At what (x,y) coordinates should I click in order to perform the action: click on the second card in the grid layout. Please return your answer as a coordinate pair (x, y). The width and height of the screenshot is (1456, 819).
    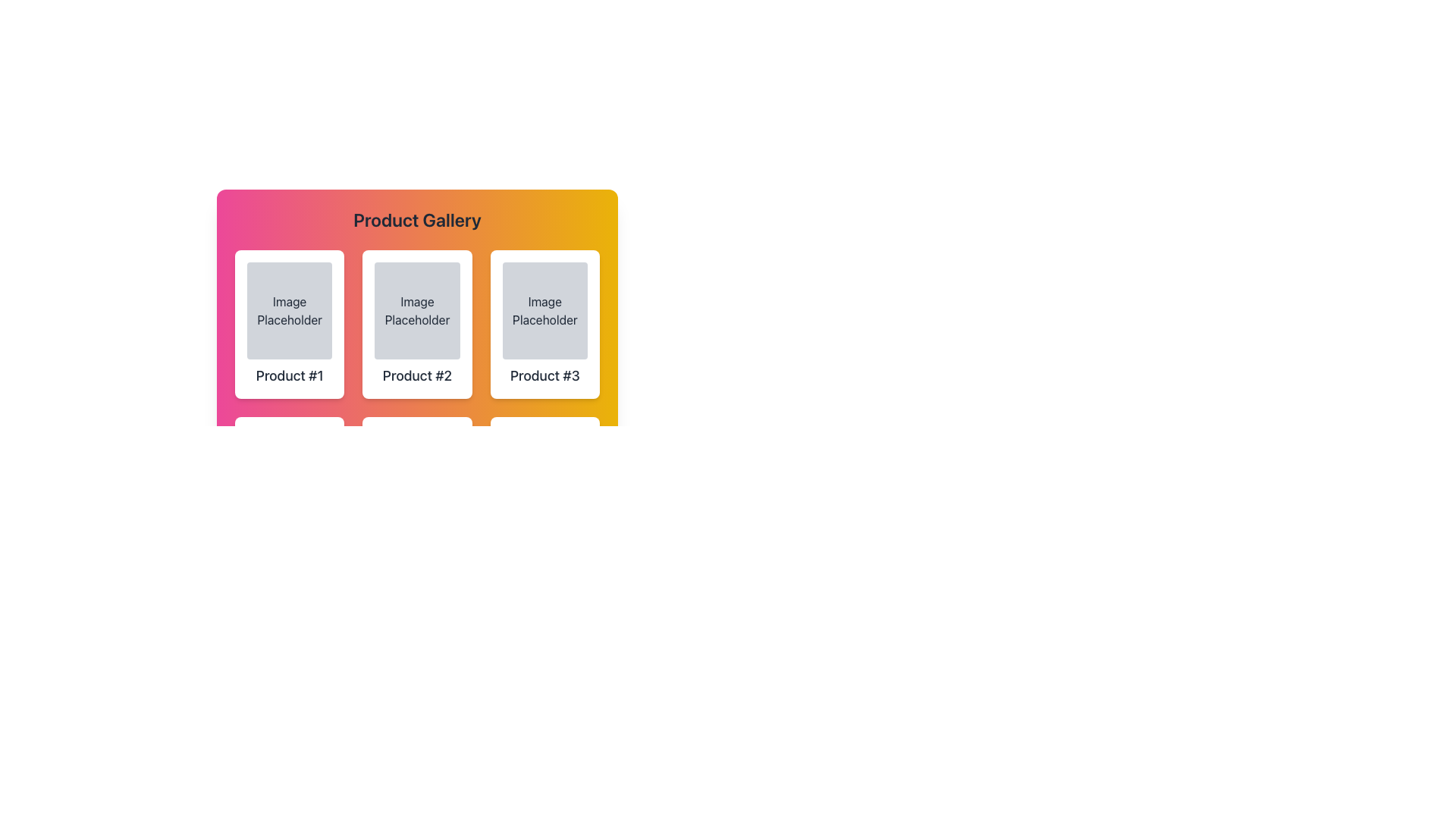
    Looking at the image, I should click on (417, 324).